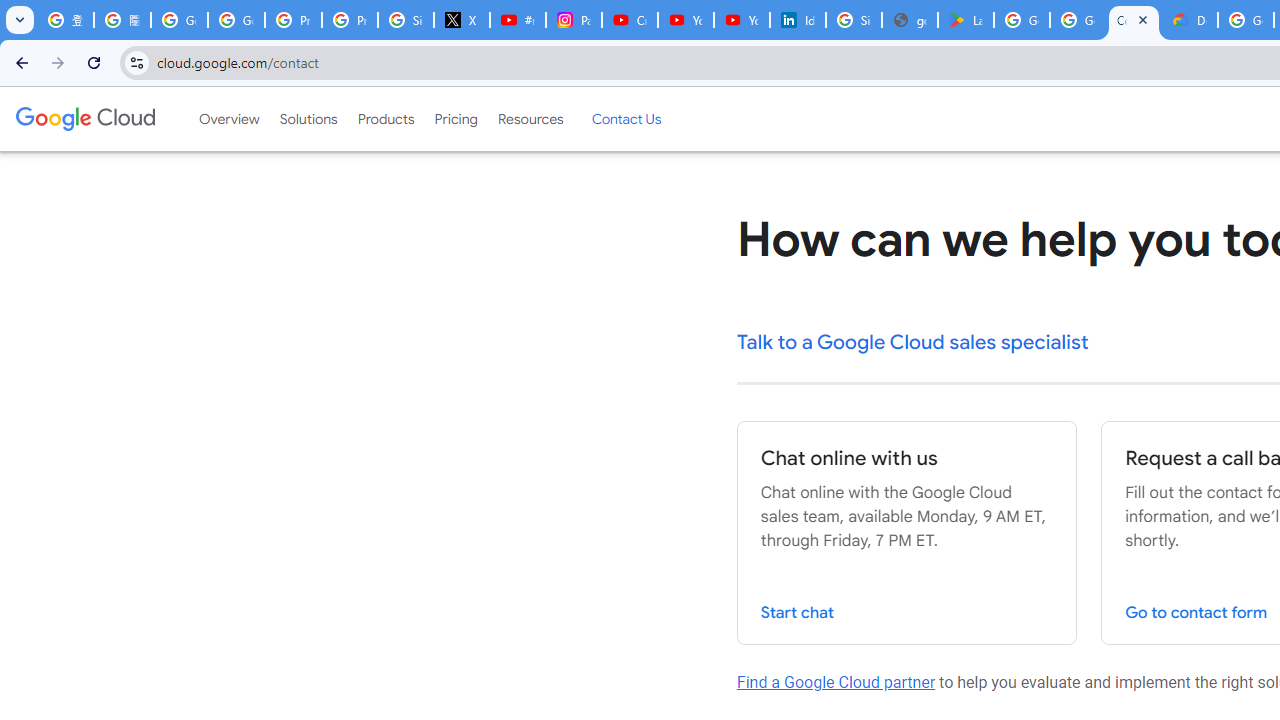  I want to click on 'YouTube Culture & Trends - YouTube Top 10, 2021', so click(741, 20).